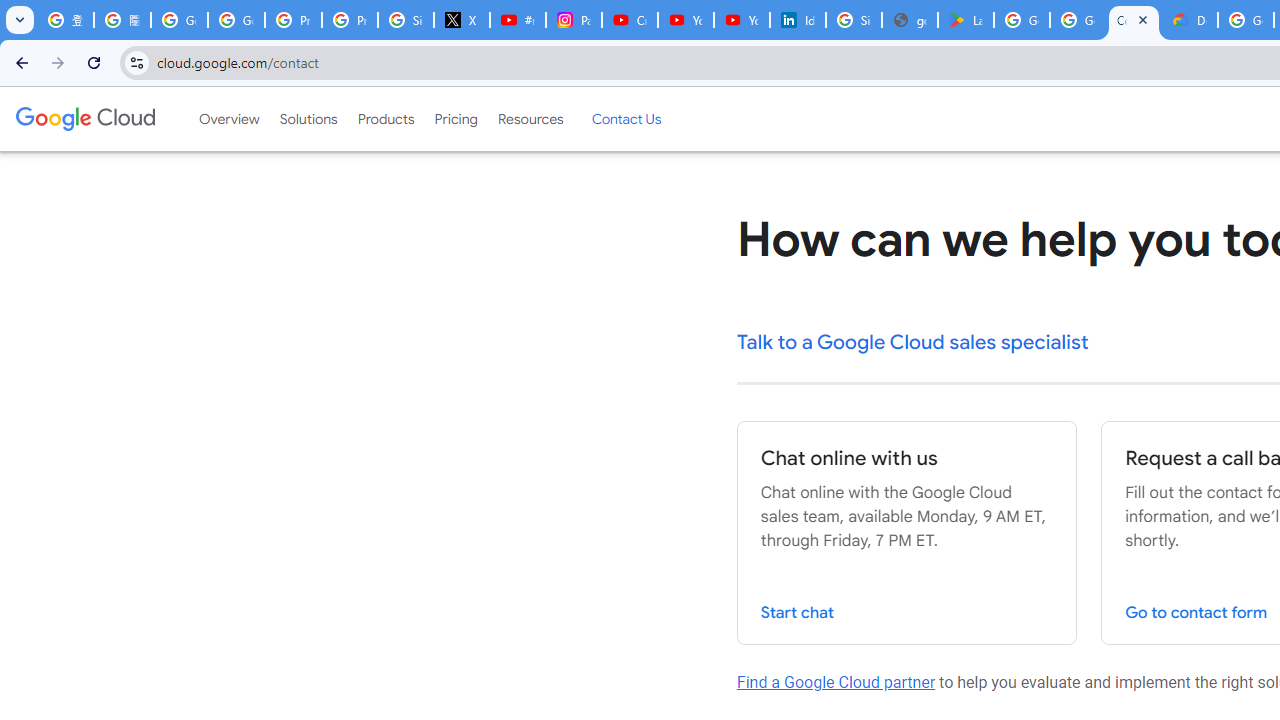  I want to click on 'YouTube Culture & Trends - YouTube Top 10, 2021', so click(741, 20).